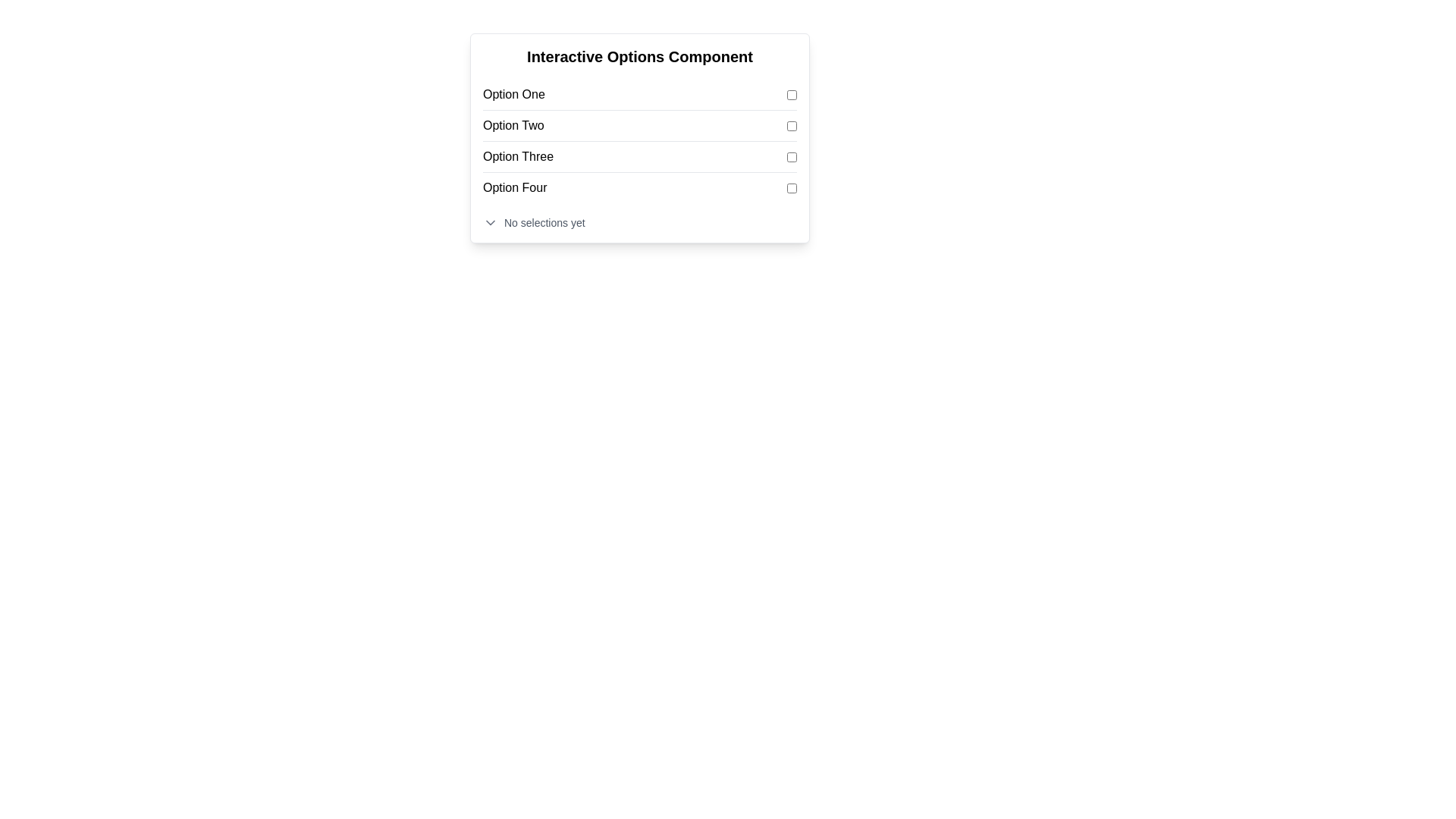 The height and width of the screenshot is (819, 1456). I want to click on the 'Option One' label text in the 'Interactive Options Component', which is the first item in a vertical list of options, so click(513, 94).